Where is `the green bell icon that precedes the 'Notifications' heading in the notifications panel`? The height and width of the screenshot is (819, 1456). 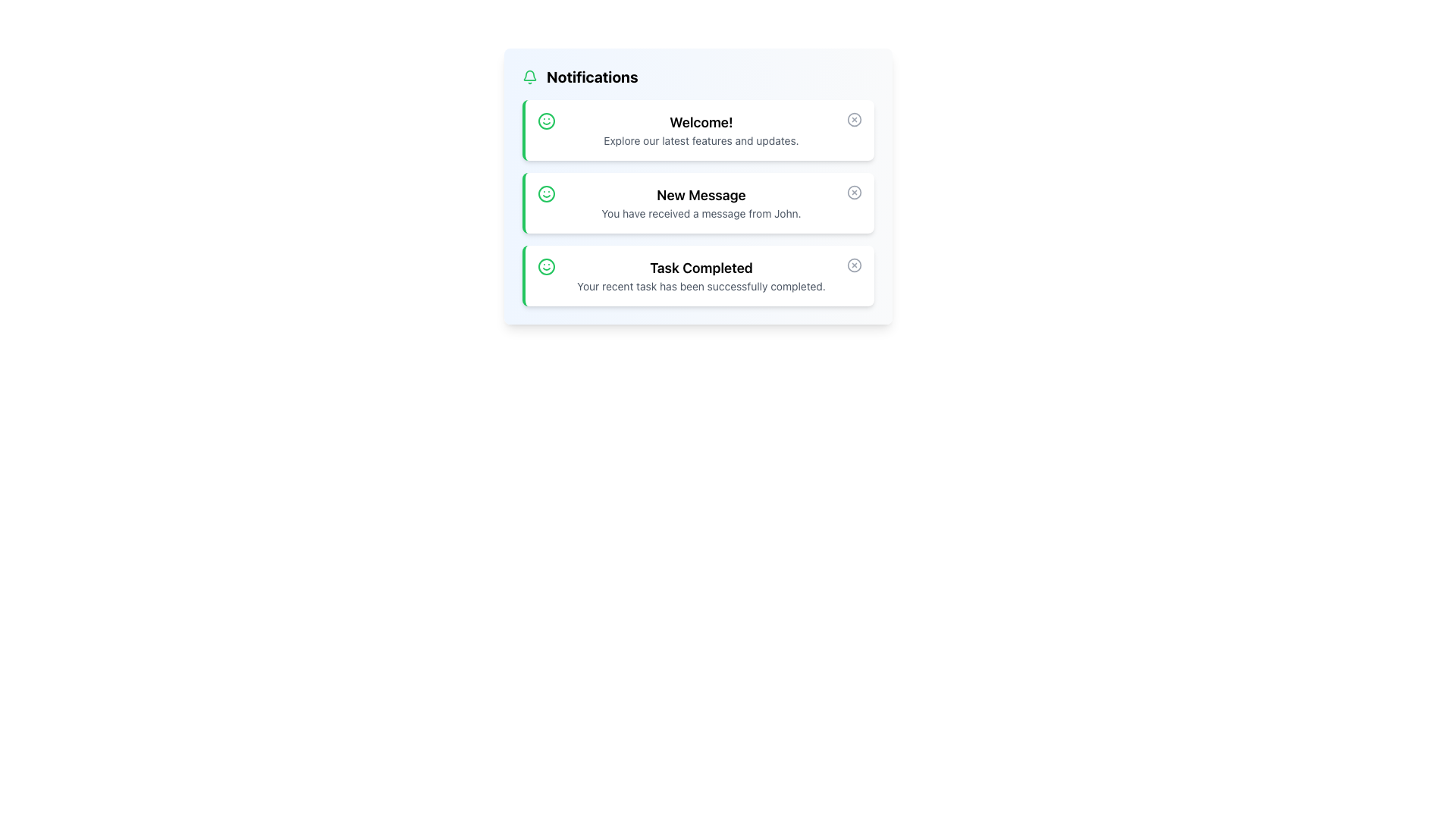
the green bell icon that precedes the 'Notifications' heading in the notifications panel is located at coordinates (530, 77).